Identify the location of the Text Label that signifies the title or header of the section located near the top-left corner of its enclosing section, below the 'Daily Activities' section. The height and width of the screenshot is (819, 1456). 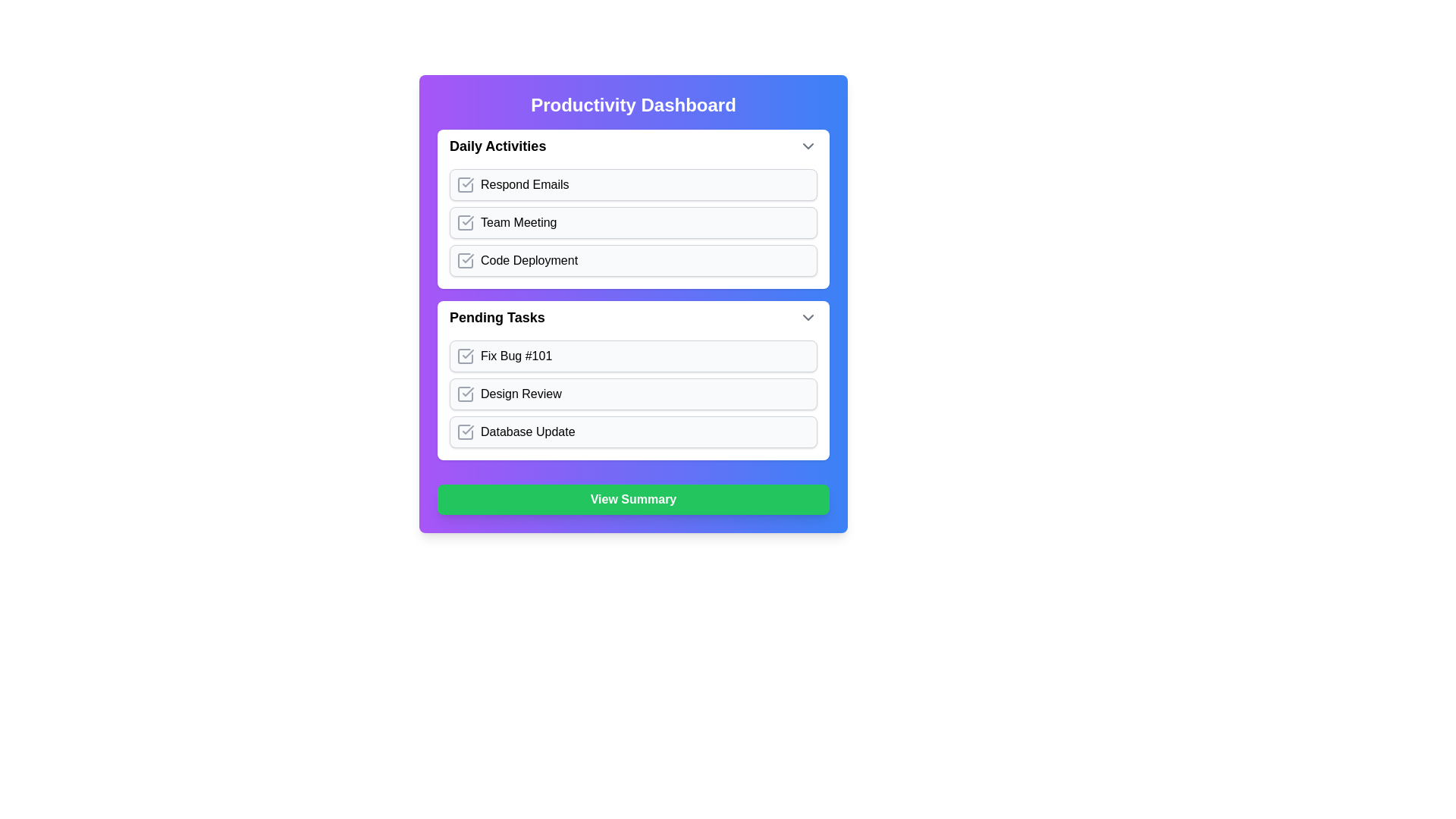
(497, 317).